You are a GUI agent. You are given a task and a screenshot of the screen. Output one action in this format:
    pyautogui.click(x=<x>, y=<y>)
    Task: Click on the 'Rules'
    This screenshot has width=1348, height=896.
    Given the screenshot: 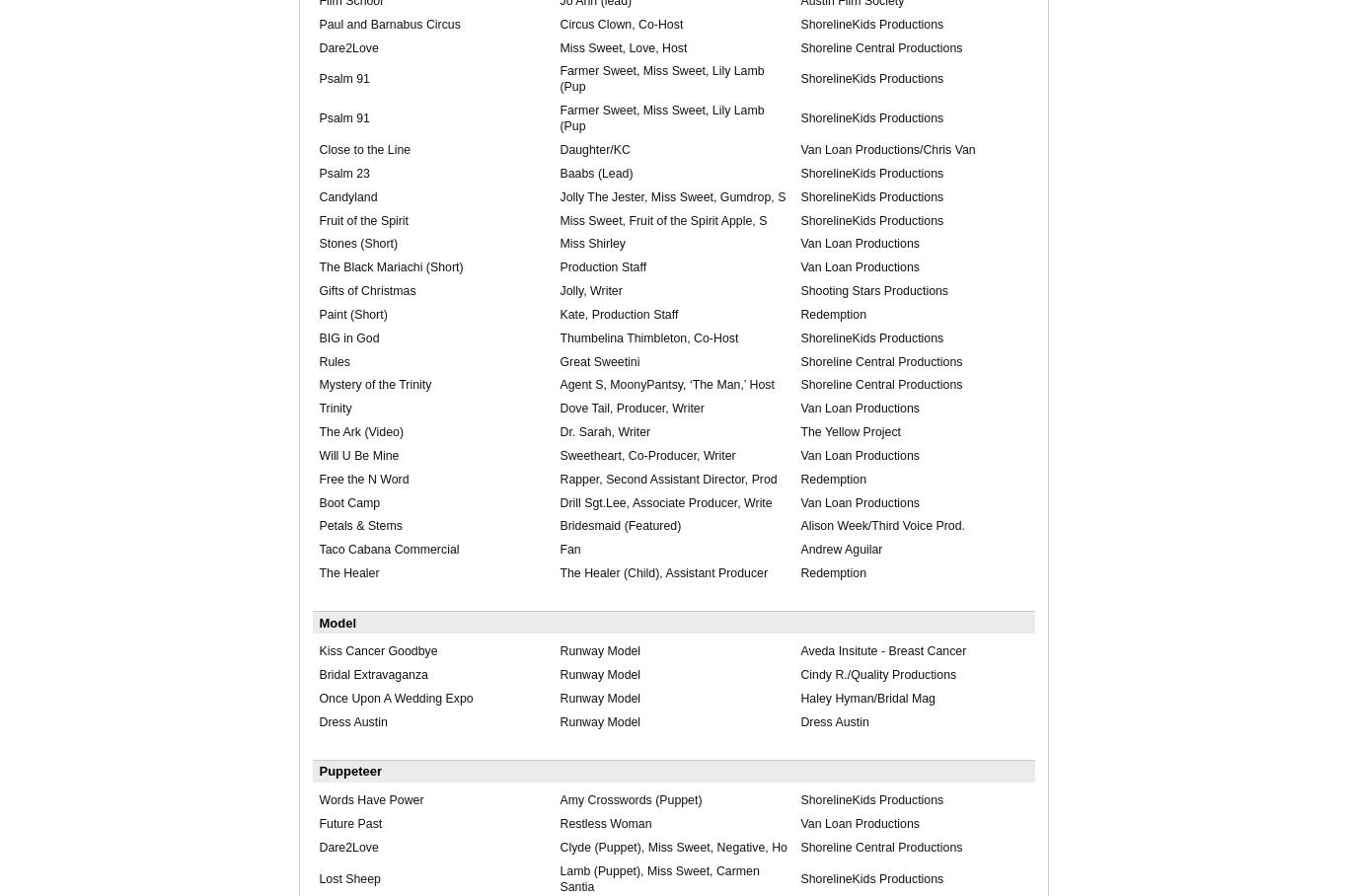 What is the action you would take?
    pyautogui.click(x=319, y=361)
    